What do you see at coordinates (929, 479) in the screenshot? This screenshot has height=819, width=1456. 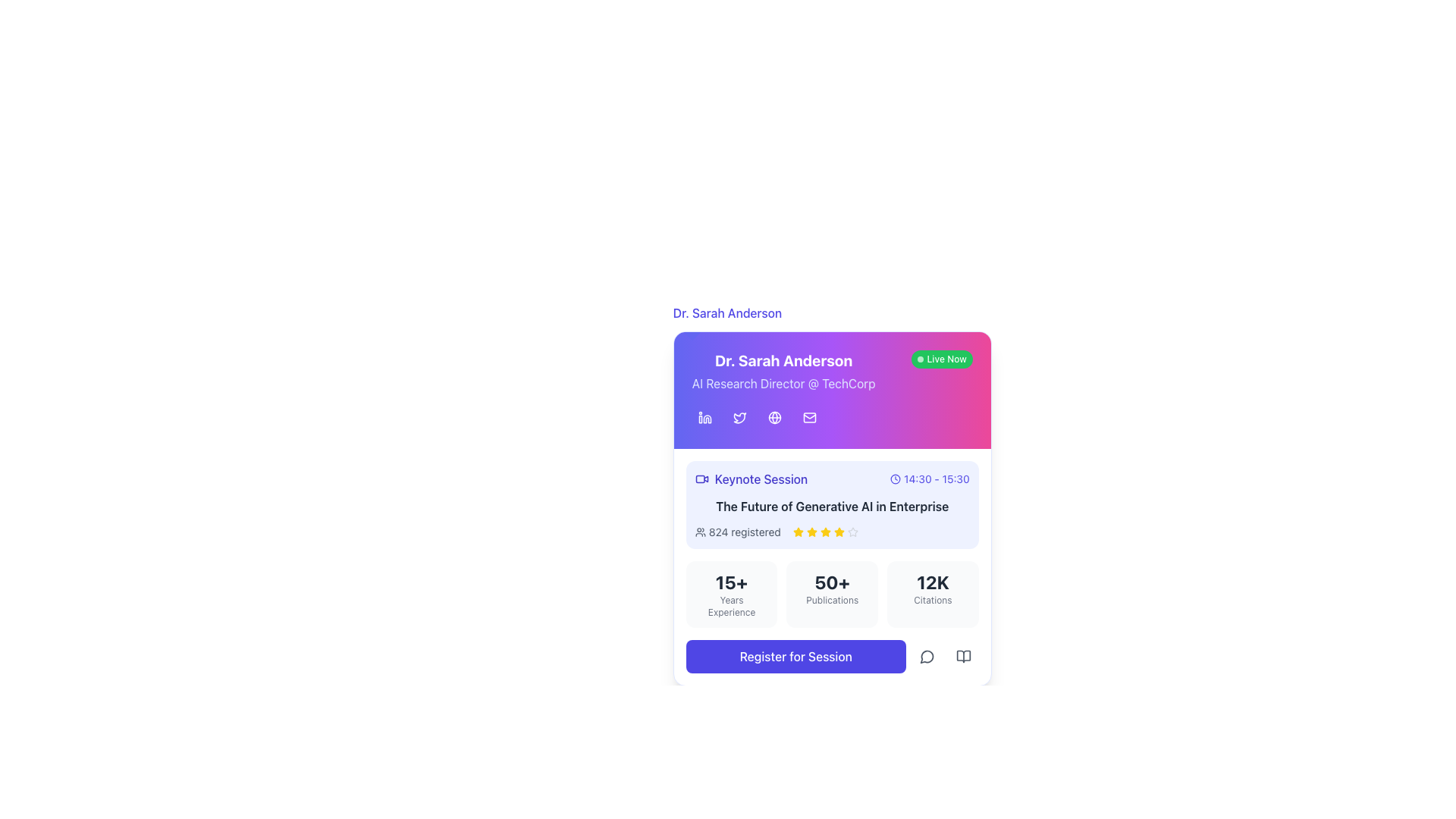 I see `the icon with accompanying text (time) that displays the scheduled time for the 'Keynote Session' event, located to the right of the 'Keynote Session' title text block` at bounding box center [929, 479].